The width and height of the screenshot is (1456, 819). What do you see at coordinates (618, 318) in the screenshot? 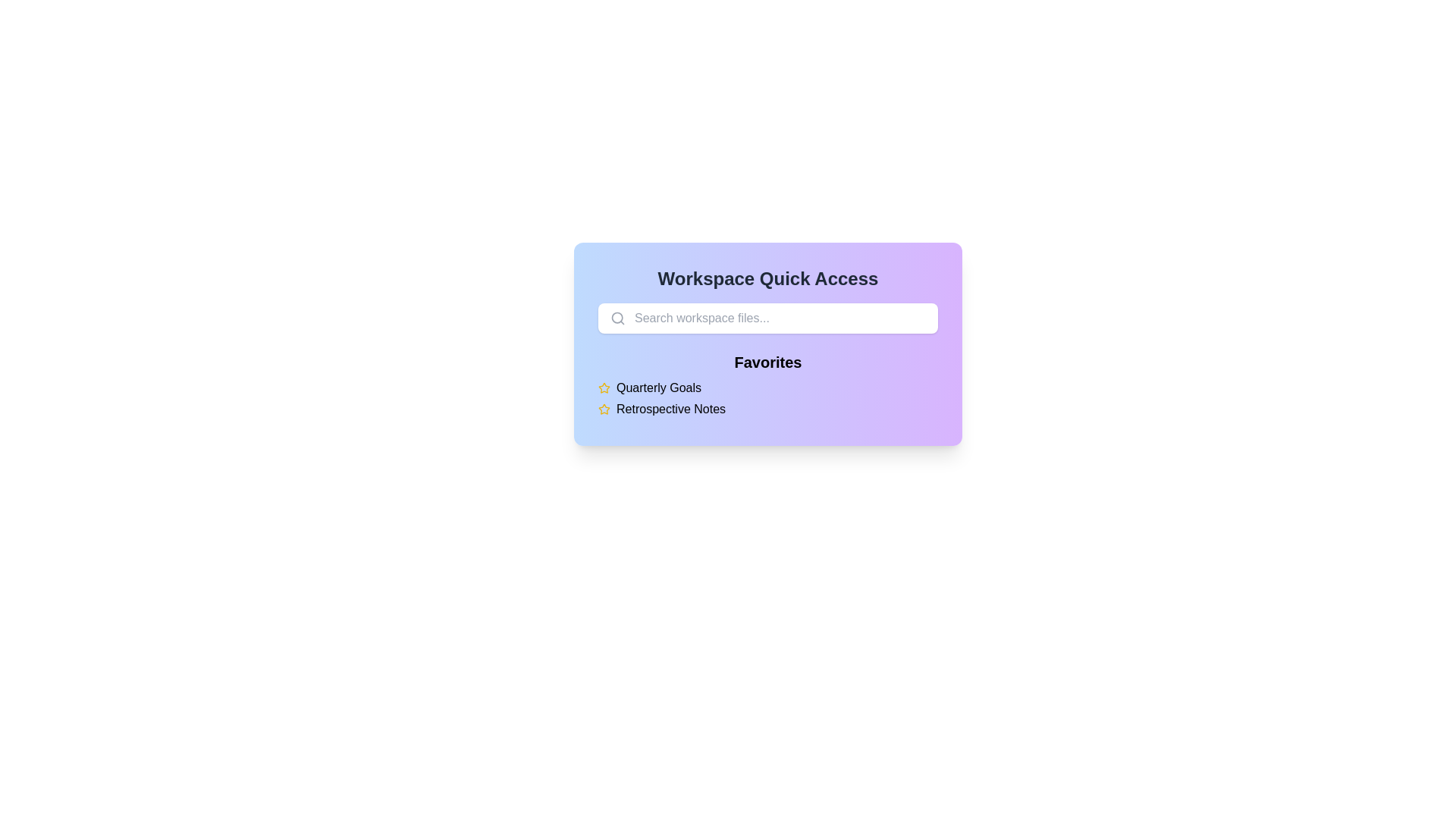
I see `the search icon resembling a magnifying glass, which is styled with thin, round gray lines and located to the left of the text input field in the search bar` at bounding box center [618, 318].